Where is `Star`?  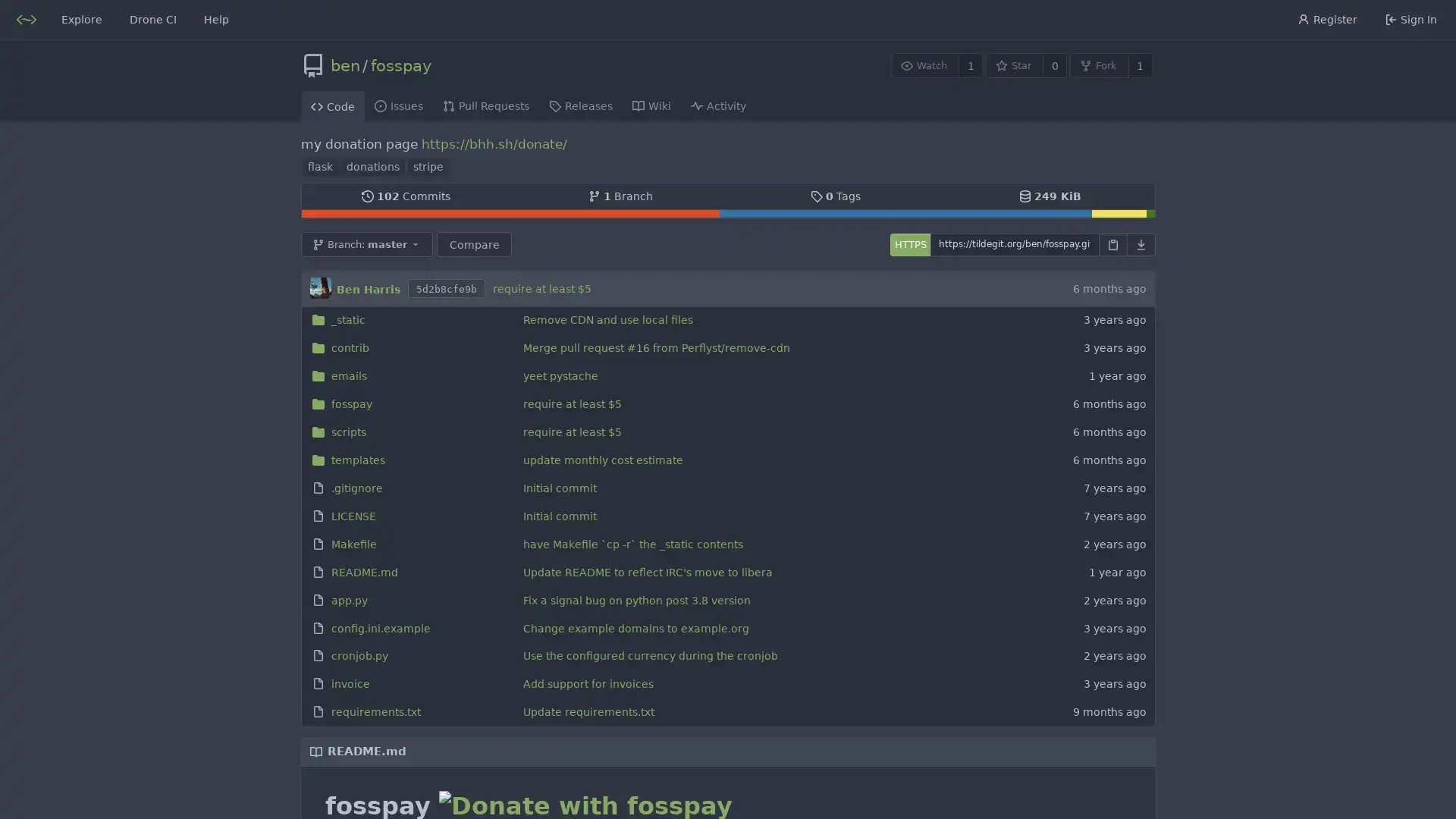
Star is located at coordinates (1014, 64).